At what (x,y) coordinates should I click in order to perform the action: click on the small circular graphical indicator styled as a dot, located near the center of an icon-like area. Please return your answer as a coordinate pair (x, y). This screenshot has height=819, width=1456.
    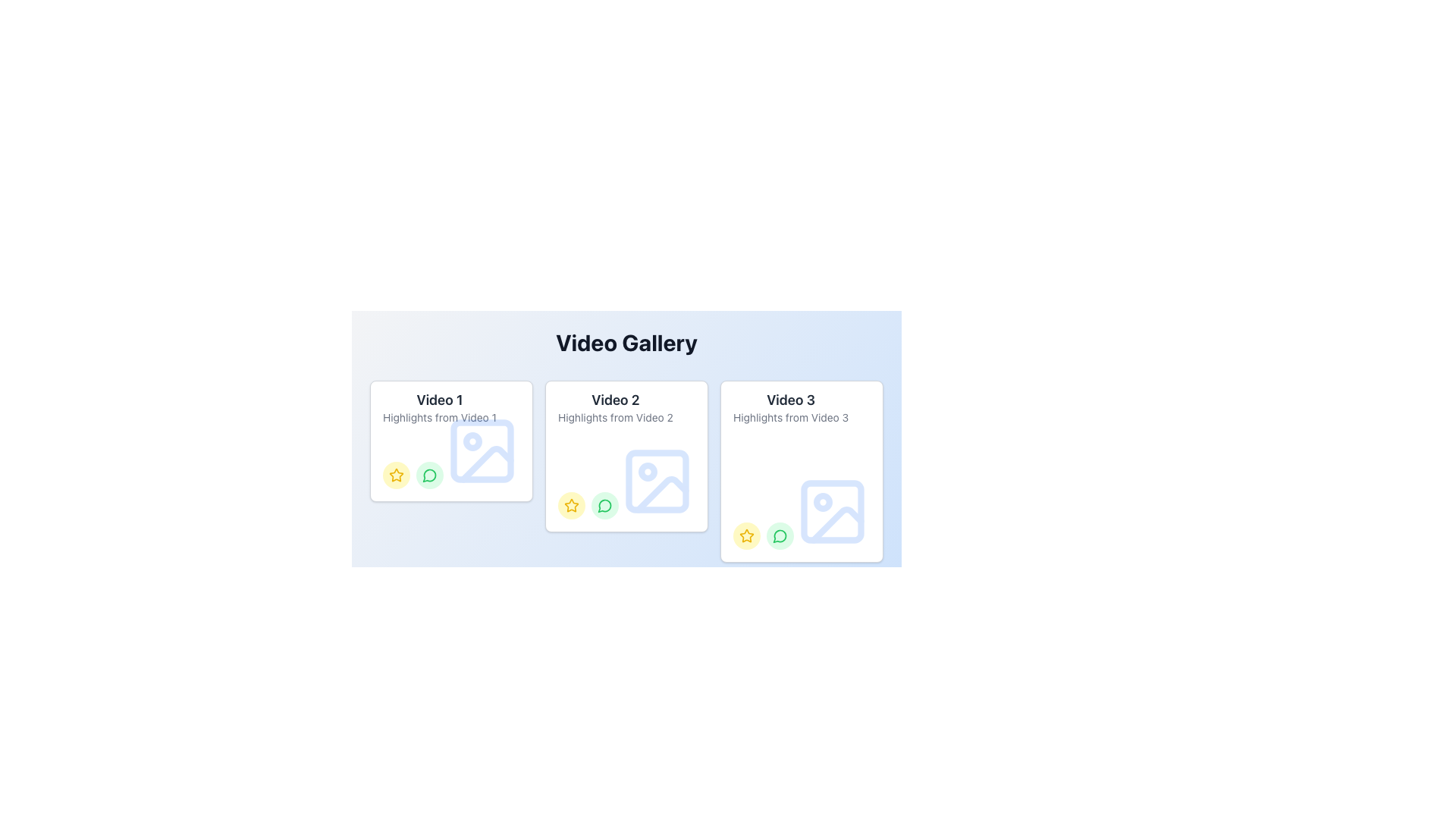
    Looking at the image, I should click on (472, 441).